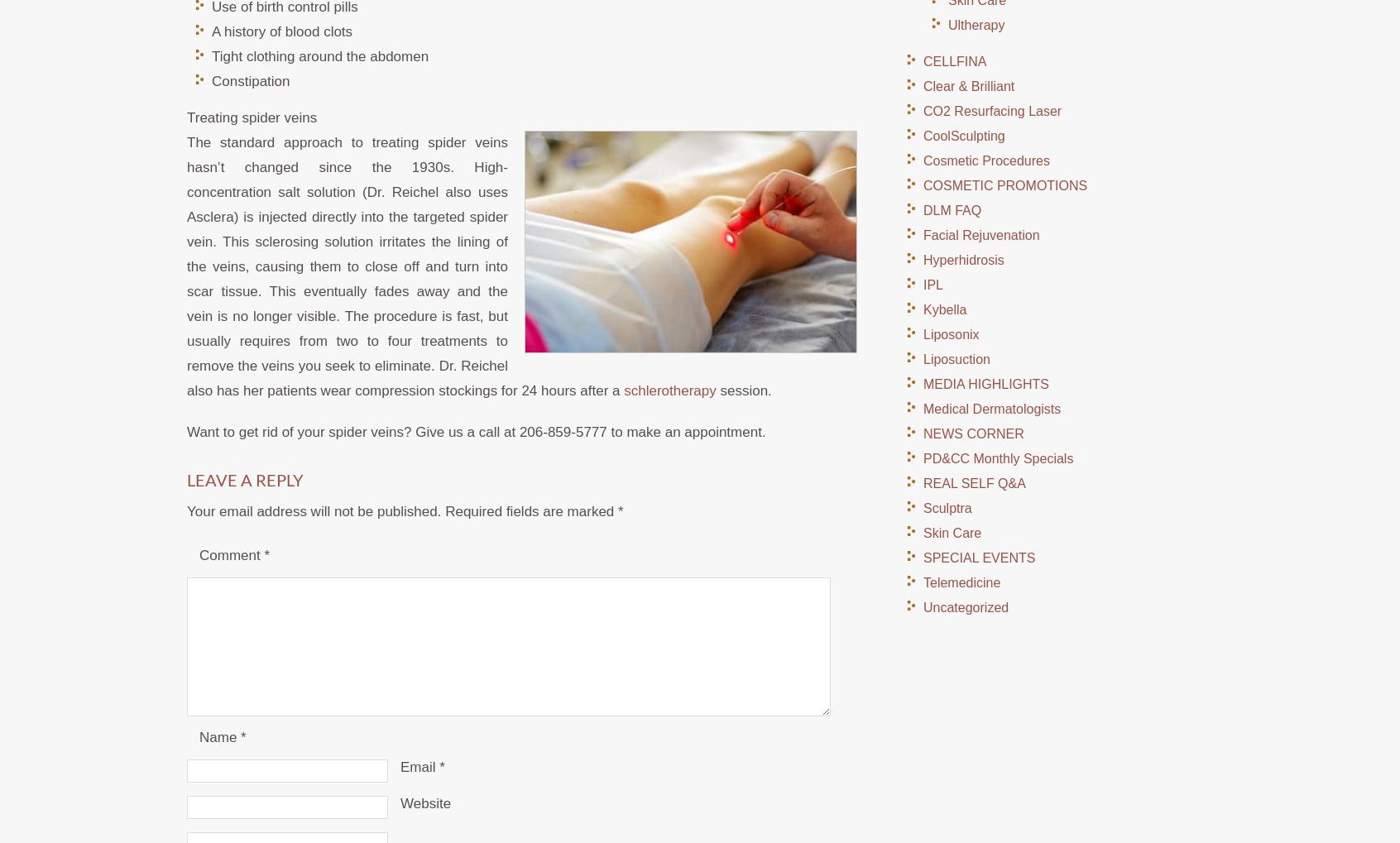 This screenshot has width=1400, height=843. I want to click on 'Cosmetic Procedures', so click(985, 160).